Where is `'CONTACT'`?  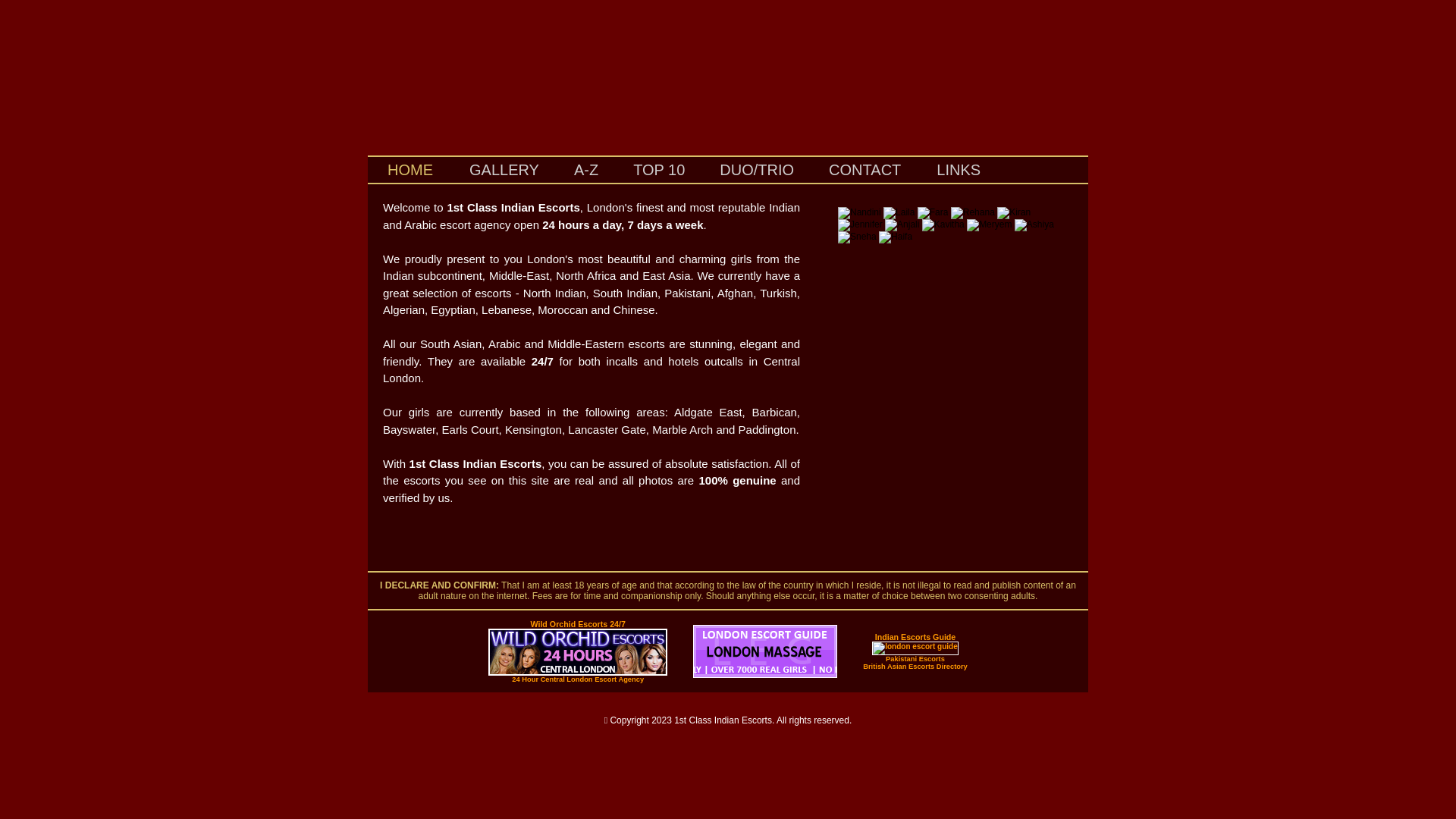 'CONTACT' is located at coordinates (811, 171).